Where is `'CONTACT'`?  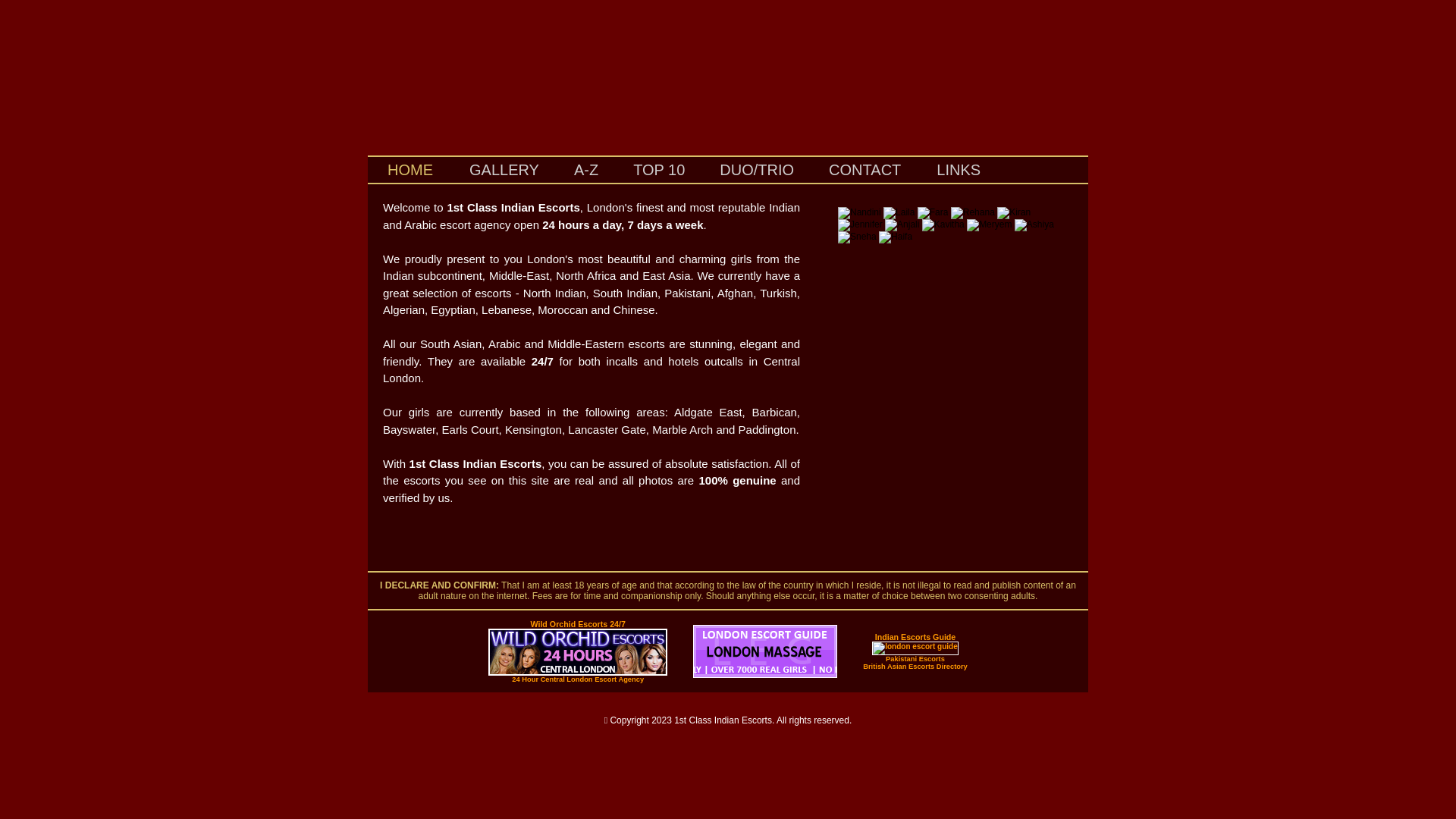 'CONTACT' is located at coordinates (811, 171).